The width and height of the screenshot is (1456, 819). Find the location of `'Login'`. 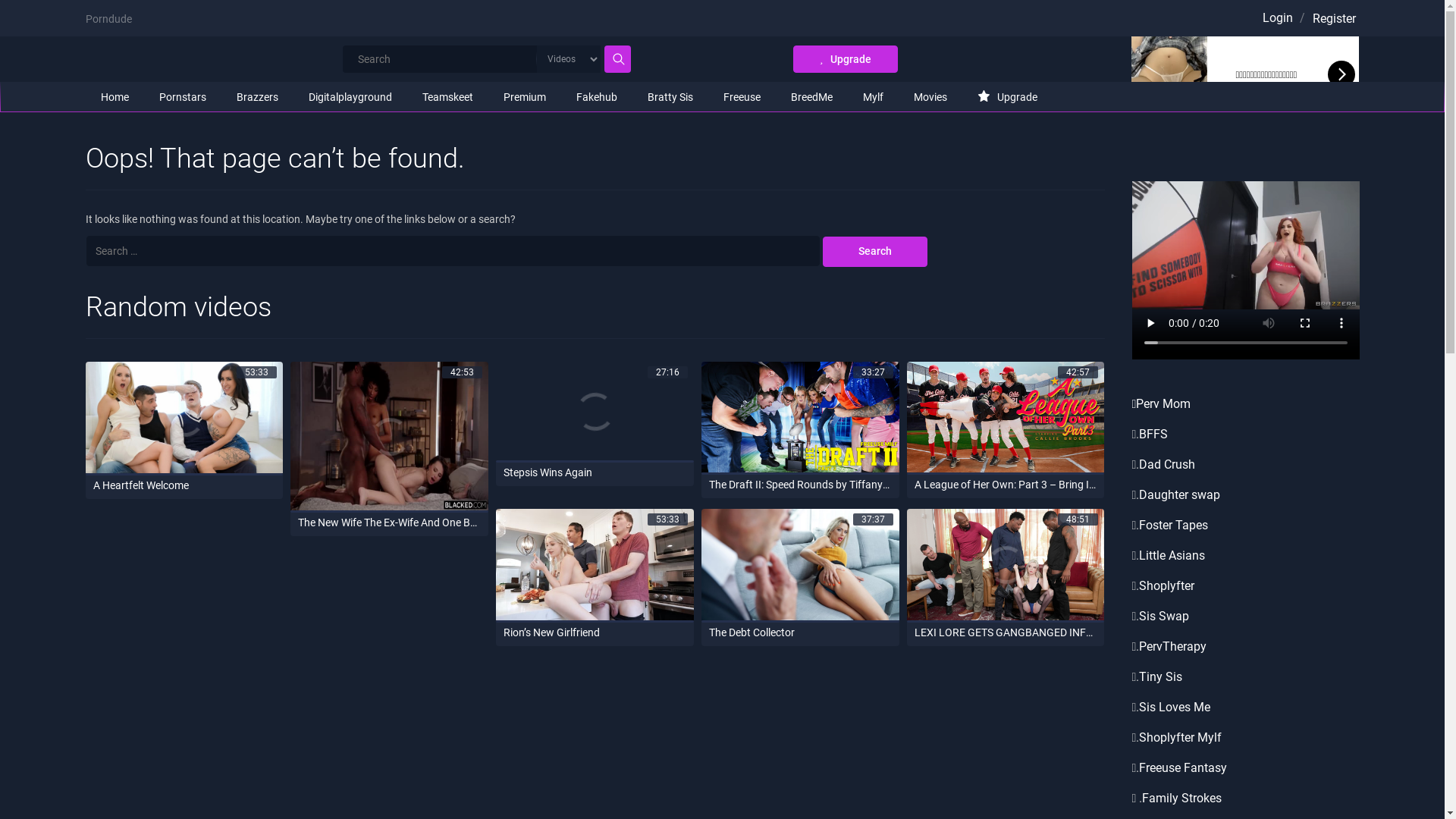

'Login' is located at coordinates (1276, 17).